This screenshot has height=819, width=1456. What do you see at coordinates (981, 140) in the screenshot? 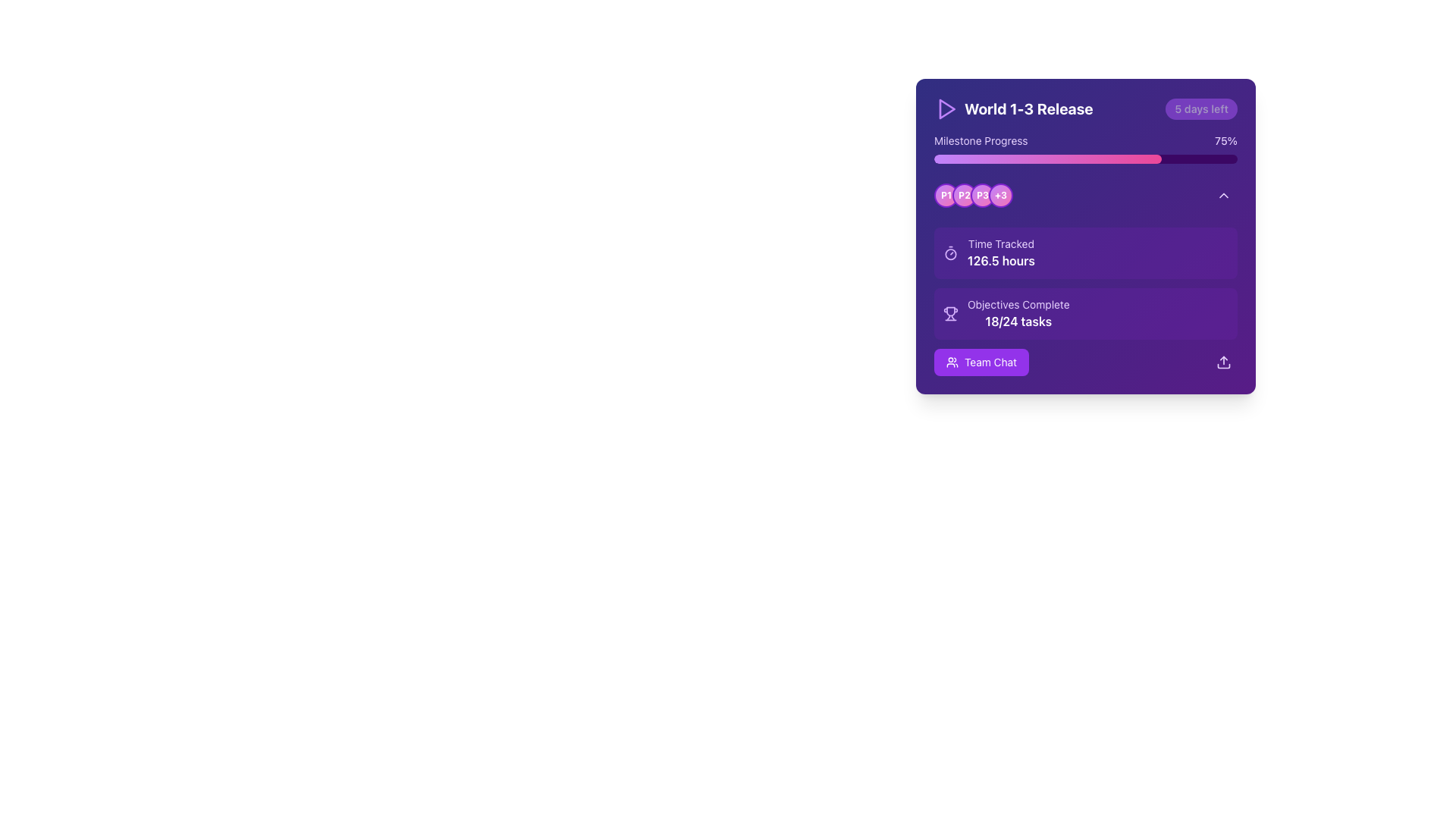
I see `the static text label displaying 'Milestone Progress', which is in a small, light purple font on a dark purple background, positioned below the title 'World 1-3 Release'` at bounding box center [981, 140].